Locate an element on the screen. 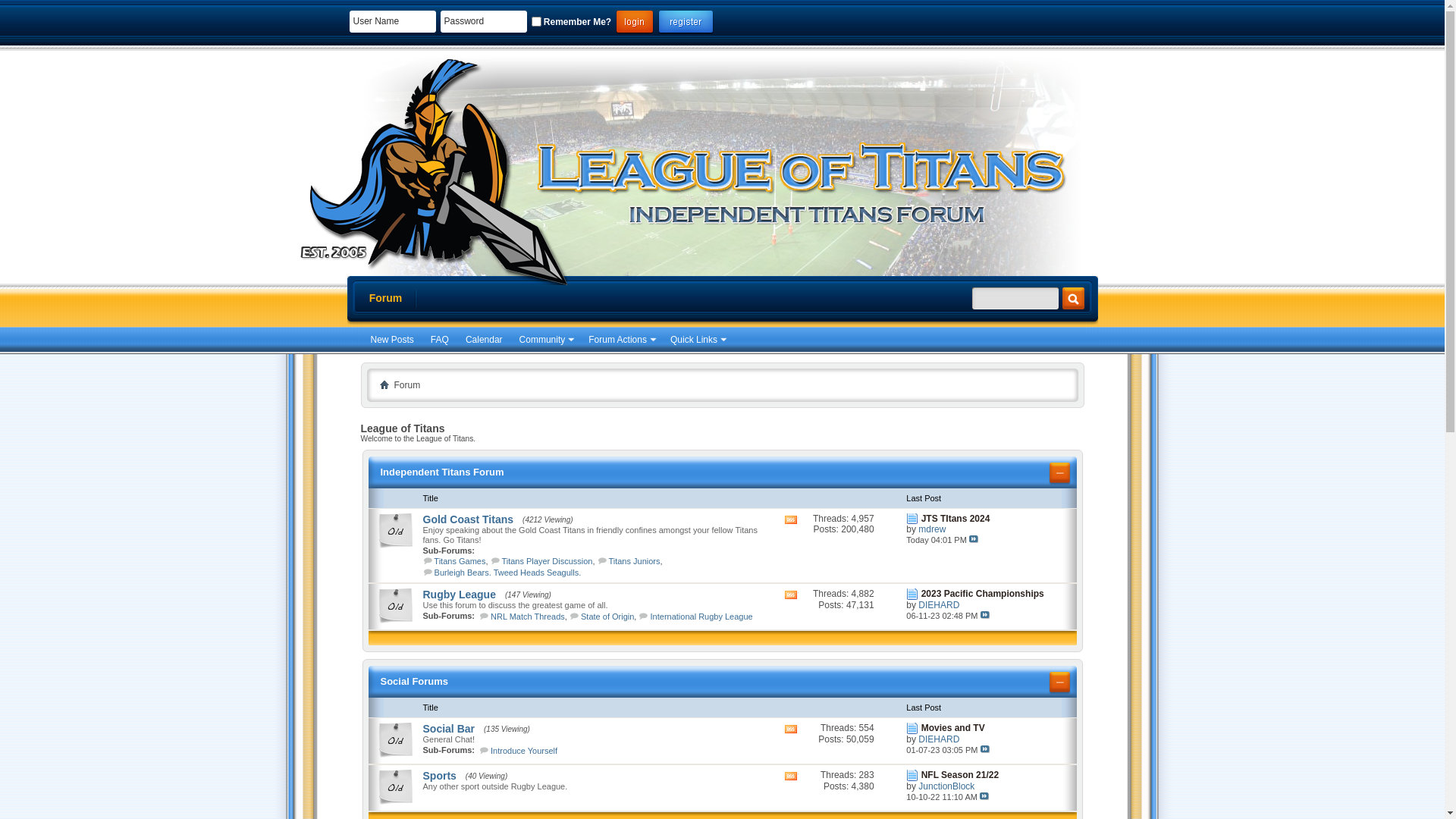  'Independent Titans Forum' is located at coordinates (441, 471).